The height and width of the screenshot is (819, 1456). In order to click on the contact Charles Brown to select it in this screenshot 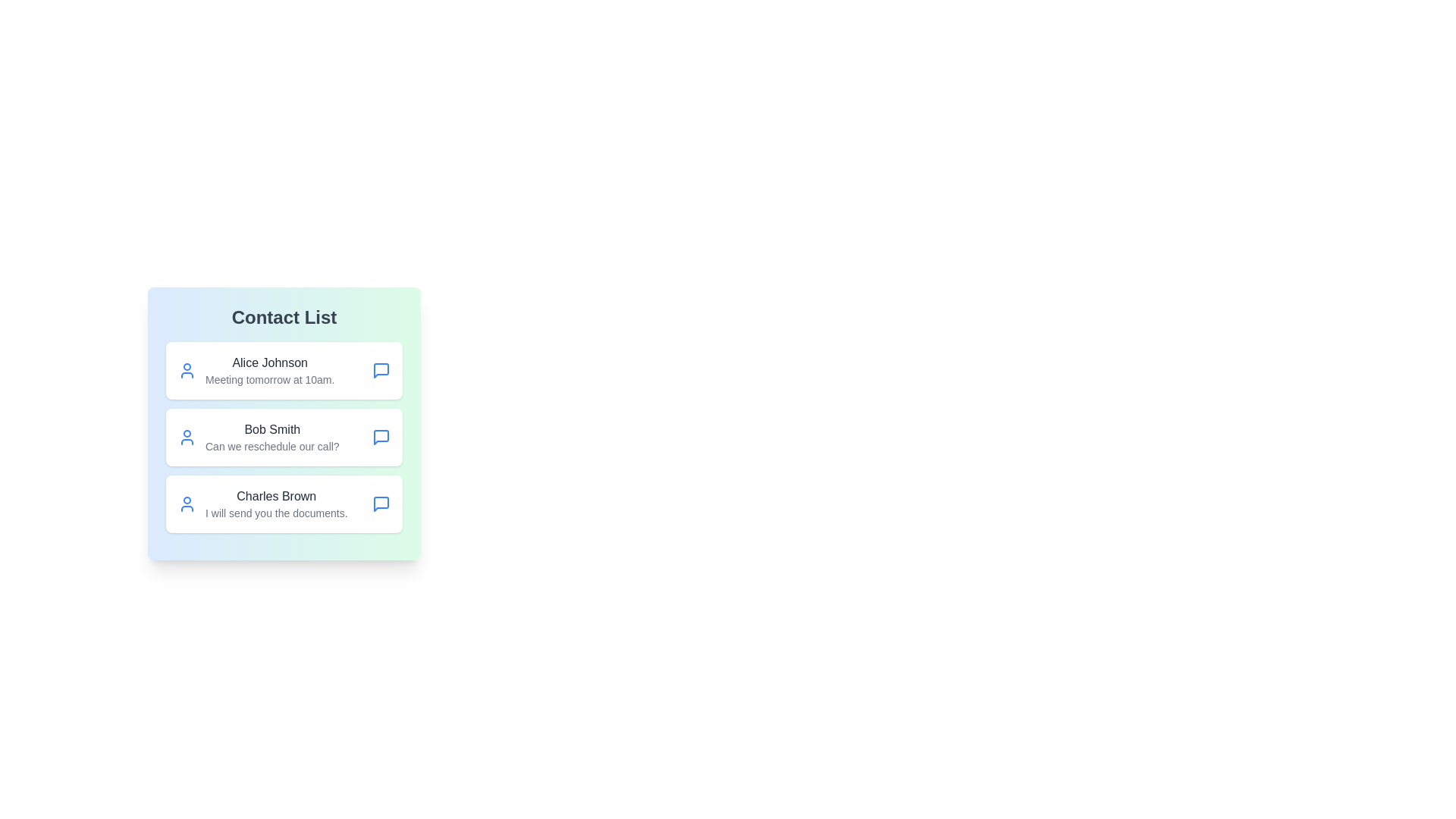, I will do `click(284, 504)`.